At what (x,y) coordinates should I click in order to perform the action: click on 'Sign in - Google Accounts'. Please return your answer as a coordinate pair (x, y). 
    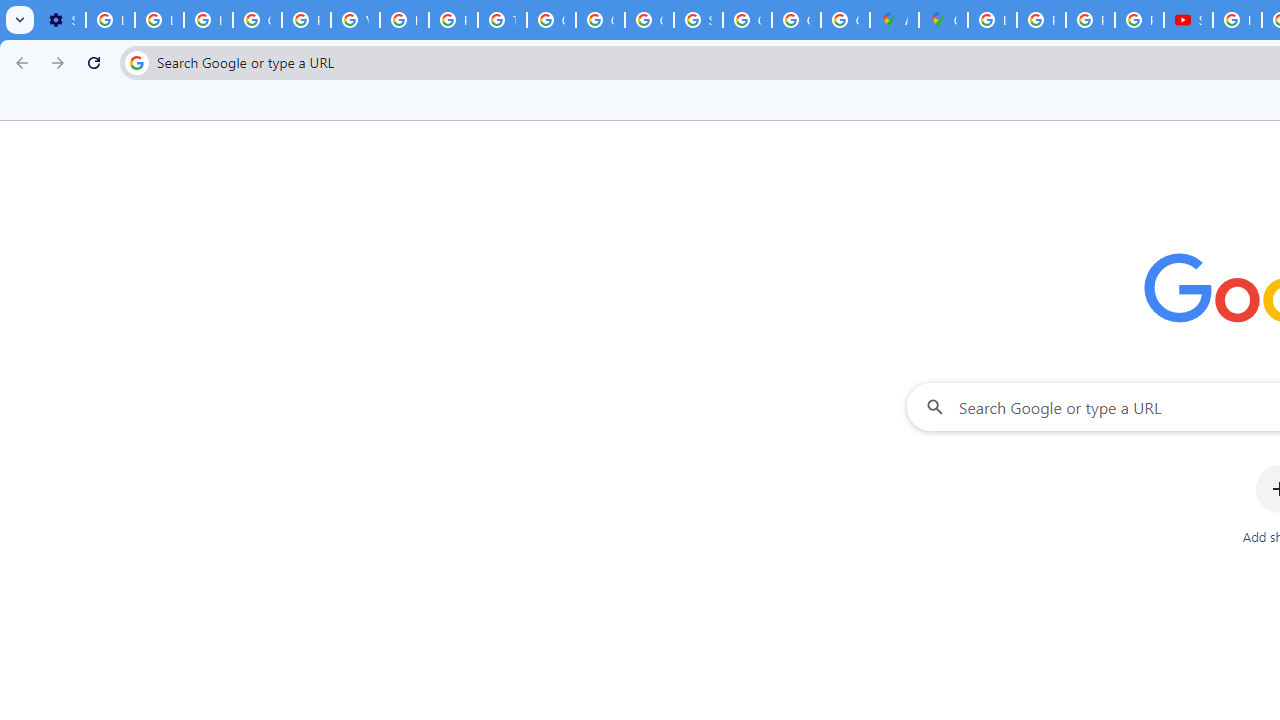
    Looking at the image, I should click on (698, 20).